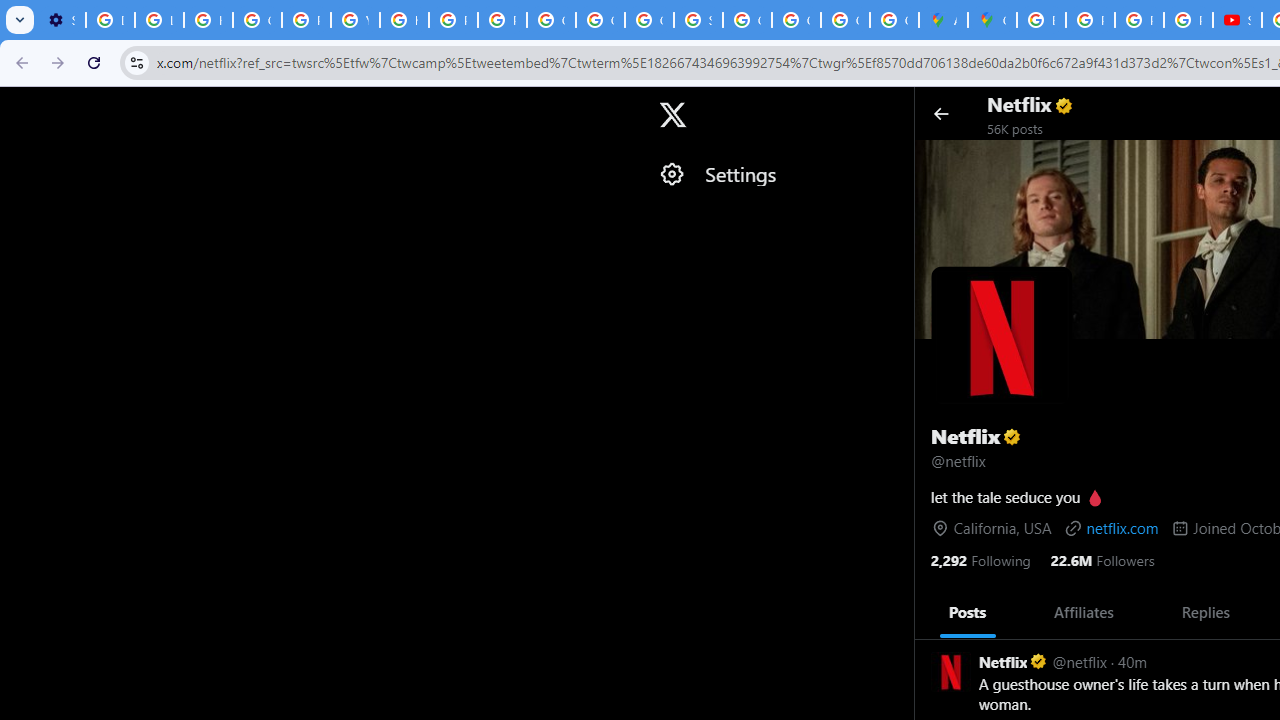 The width and height of the screenshot is (1280, 720). What do you see at coordinates (1101, 559) in the screenshot?
I see `'22.6M Followers'` at bounding box center [1101, 559].